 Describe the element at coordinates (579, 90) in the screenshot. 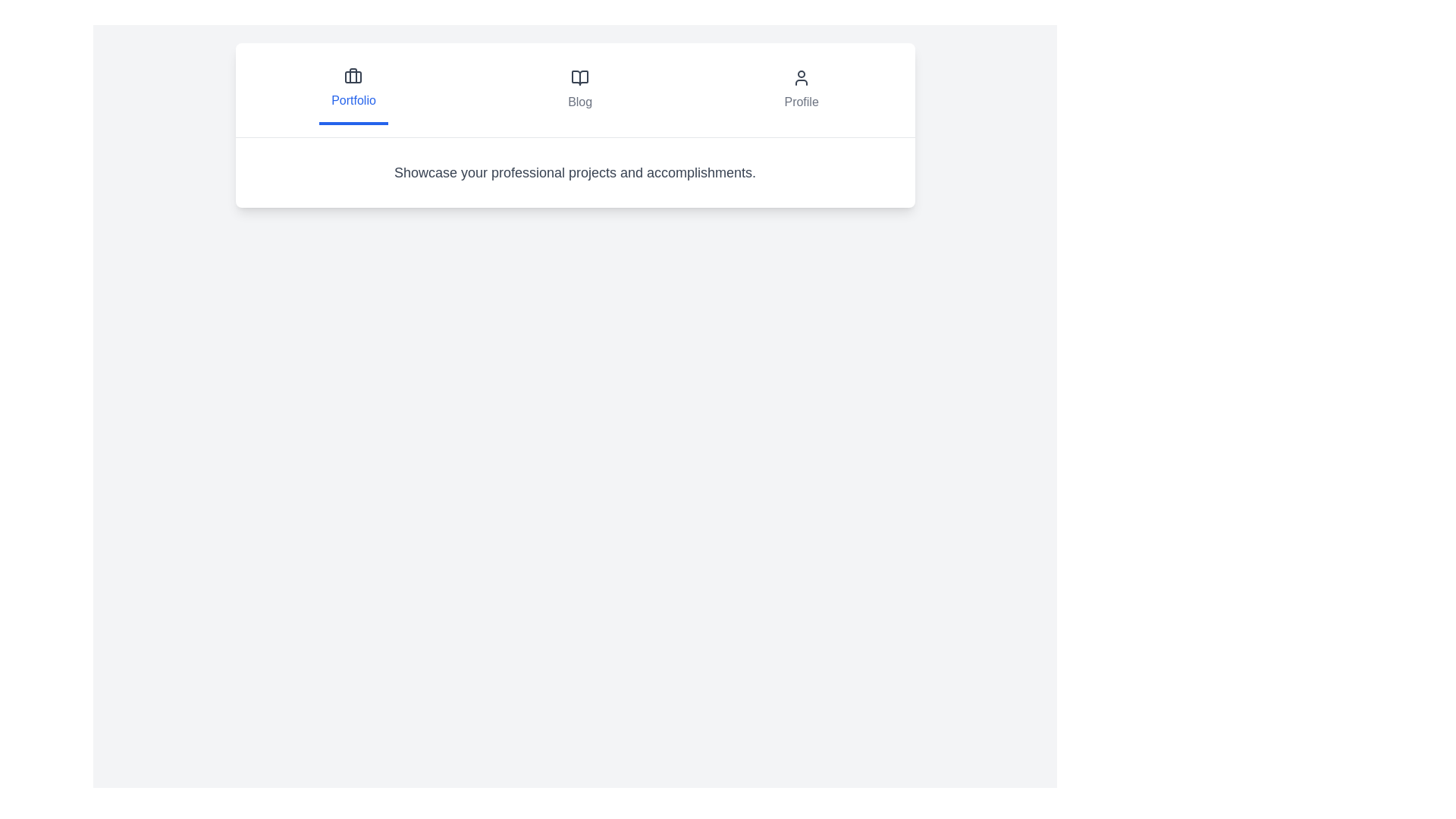

I see `the tab labeled Blog to display its description` at that location.